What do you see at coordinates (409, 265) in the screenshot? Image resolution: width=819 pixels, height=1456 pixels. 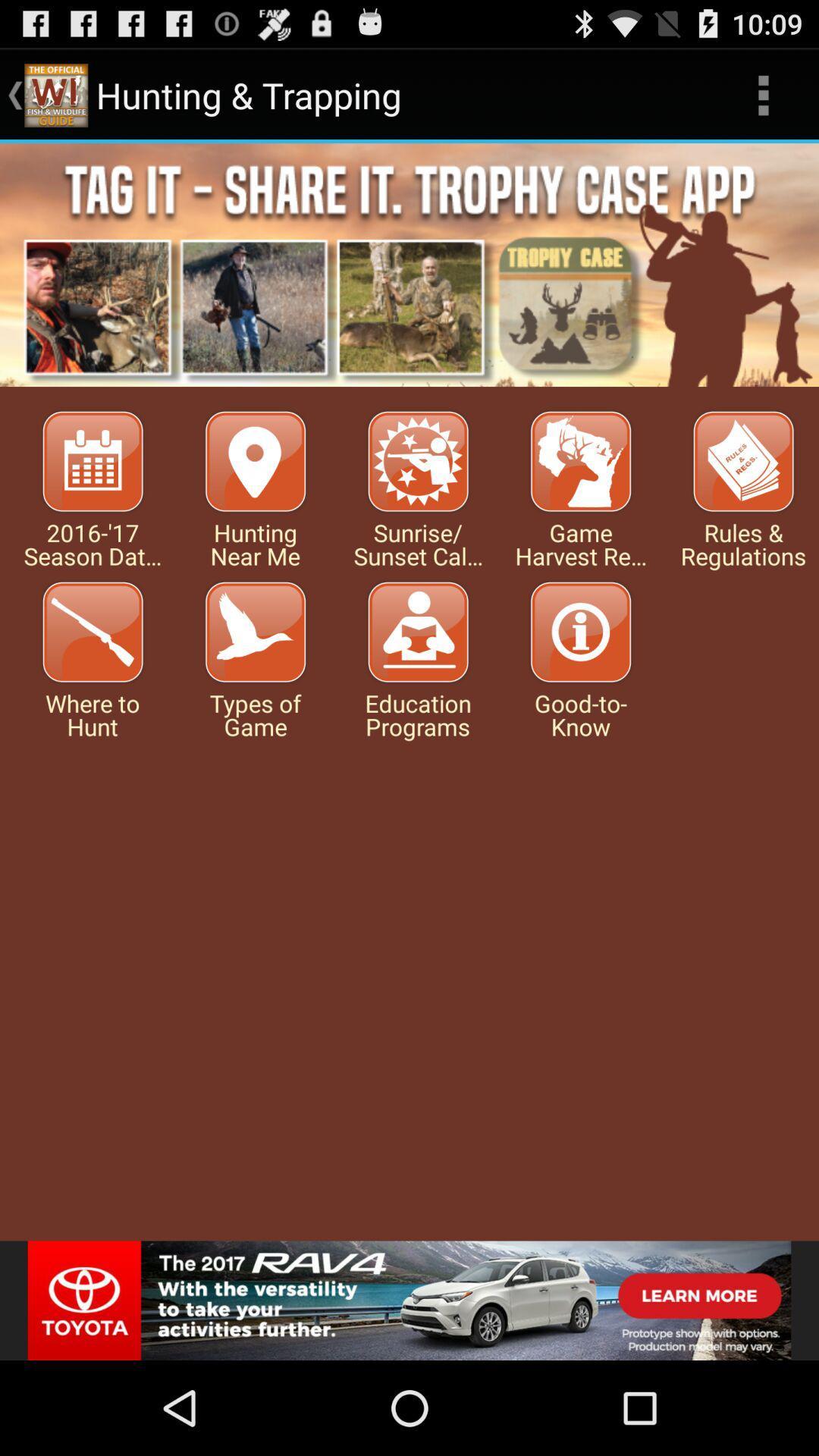 I see `click on advertisements` at bounding box center [409, 265].